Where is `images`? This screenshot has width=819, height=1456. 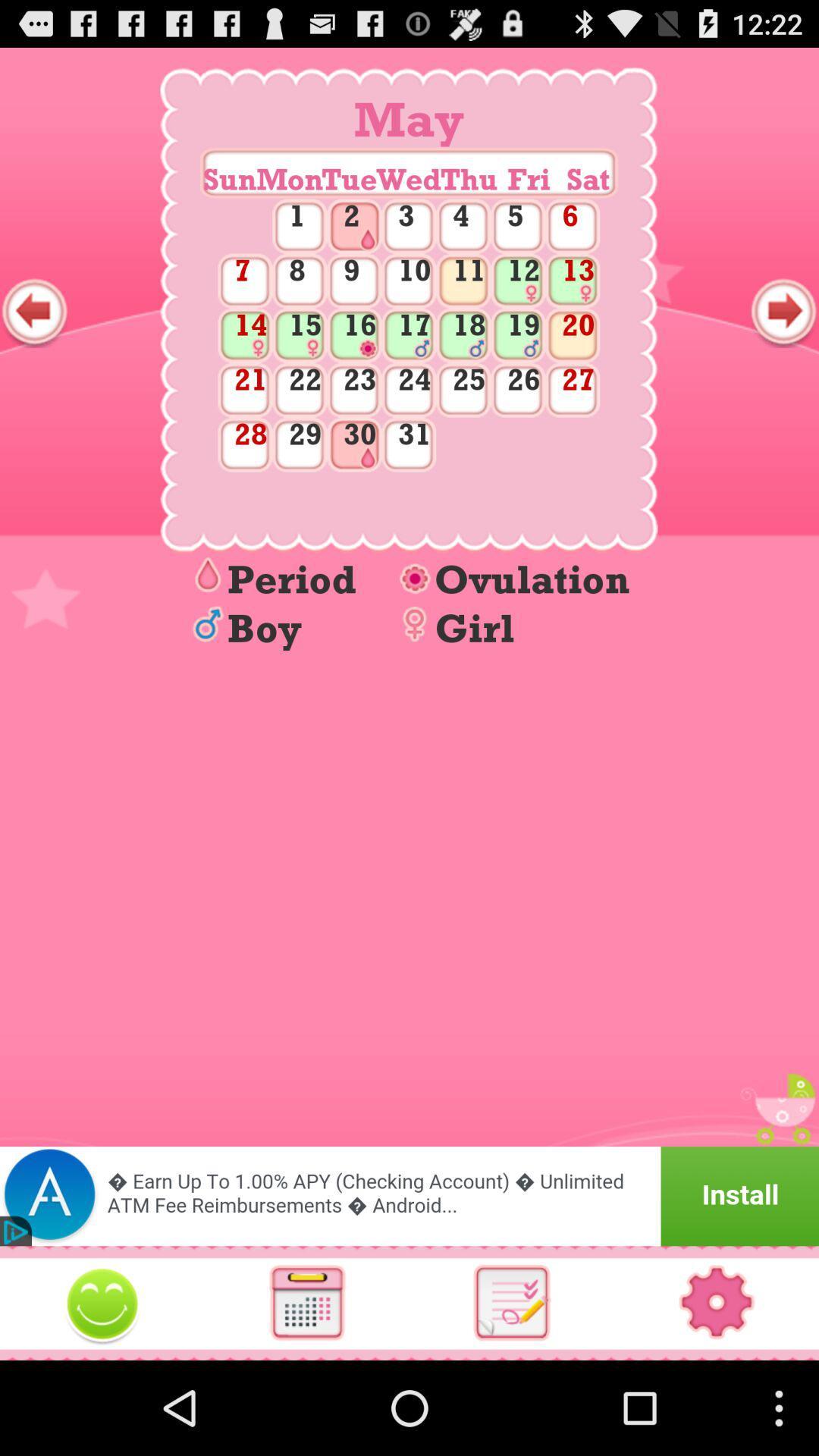 images is located at coordinates (102, 1302).